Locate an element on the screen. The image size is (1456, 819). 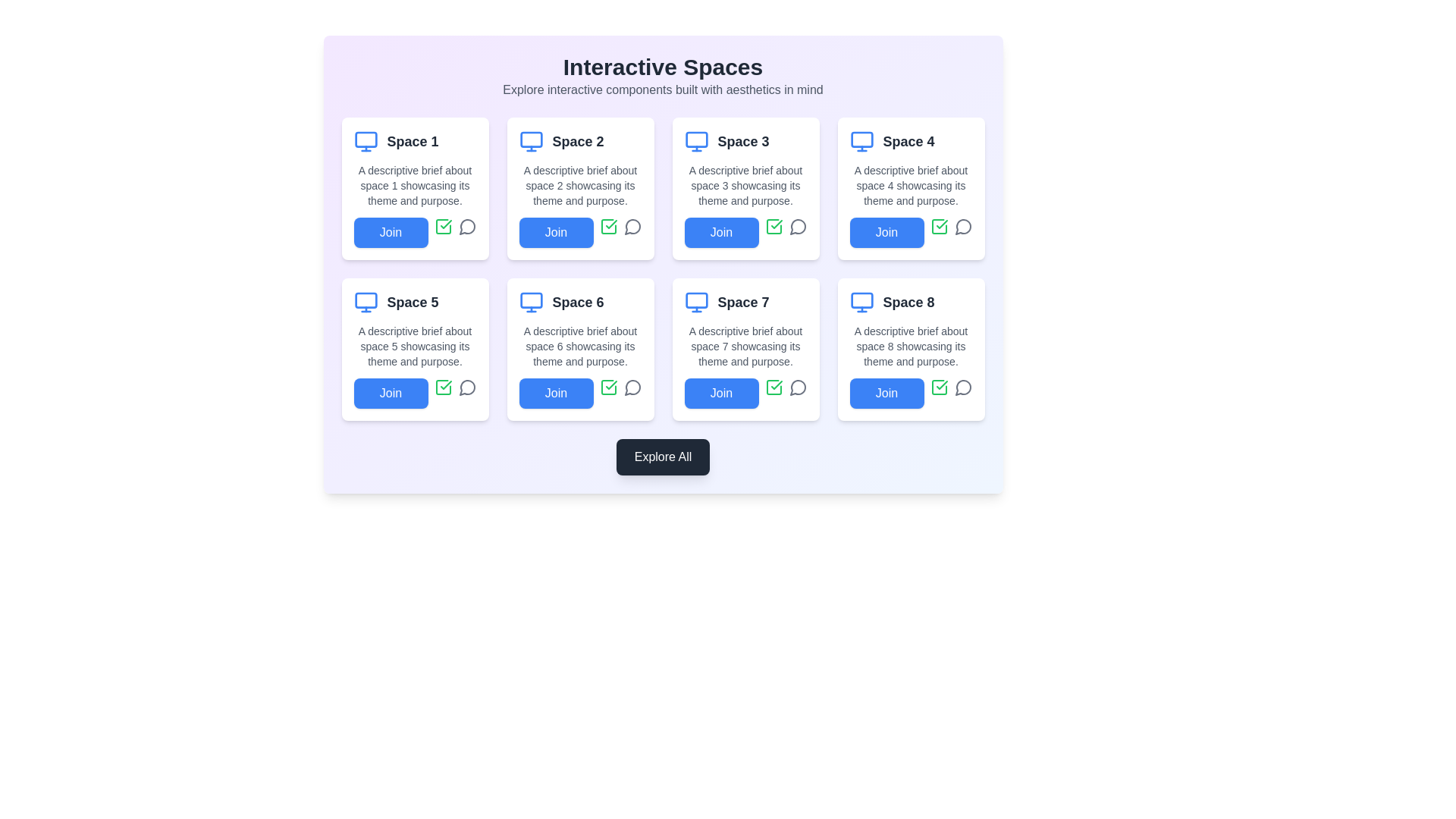
the SVG icon of a square with a checkmark located in the bottom-right area of the 'Space 4' card is located at coordinates (938, 227).